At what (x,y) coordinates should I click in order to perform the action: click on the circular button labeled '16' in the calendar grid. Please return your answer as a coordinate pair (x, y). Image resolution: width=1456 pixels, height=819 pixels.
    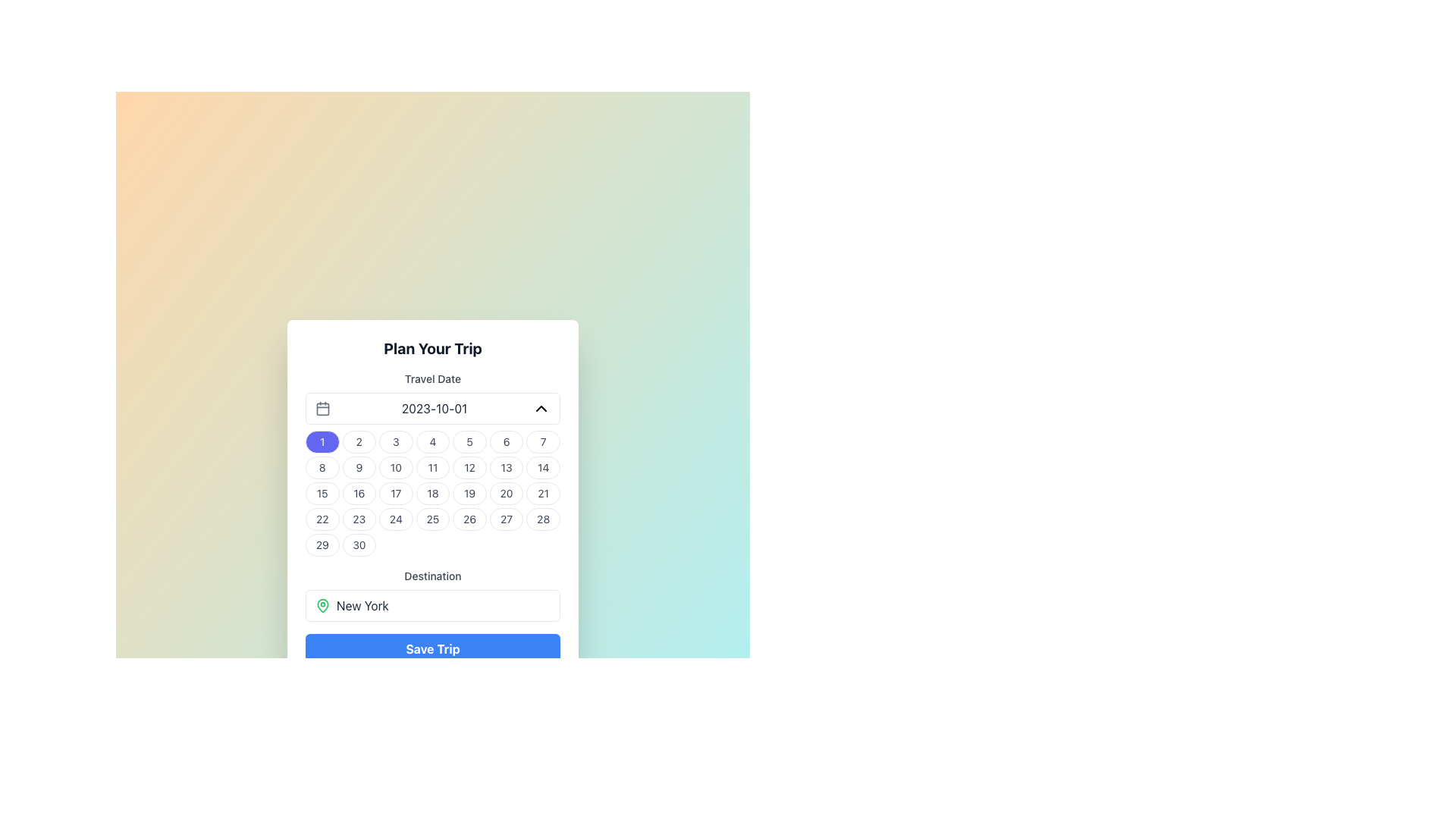
    Looking at the image, I should click on (358, 494).